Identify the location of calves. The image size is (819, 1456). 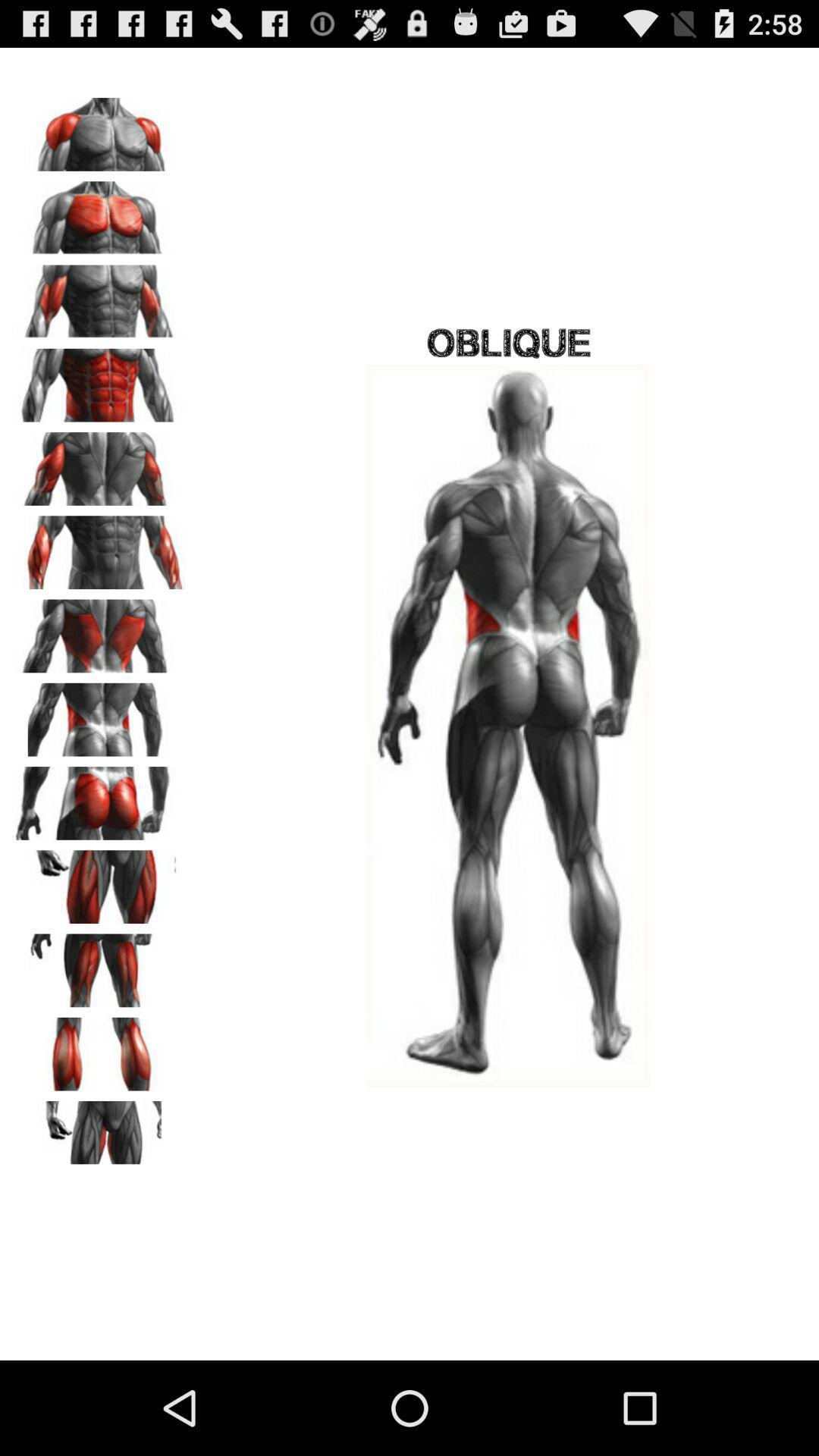
(99, 1048).